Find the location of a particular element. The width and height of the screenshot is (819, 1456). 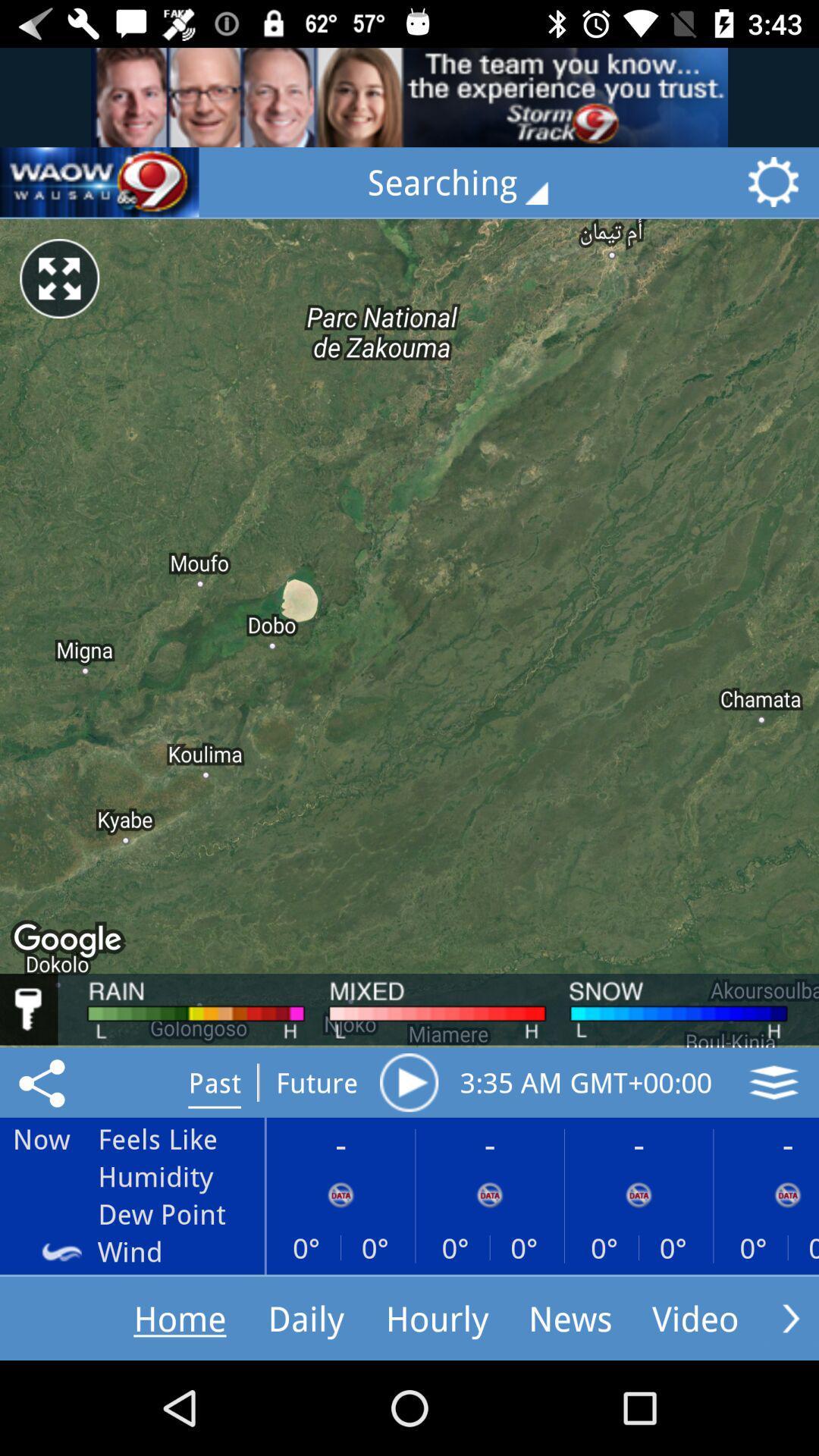

the volume icon is located at coordinates (99, 182).